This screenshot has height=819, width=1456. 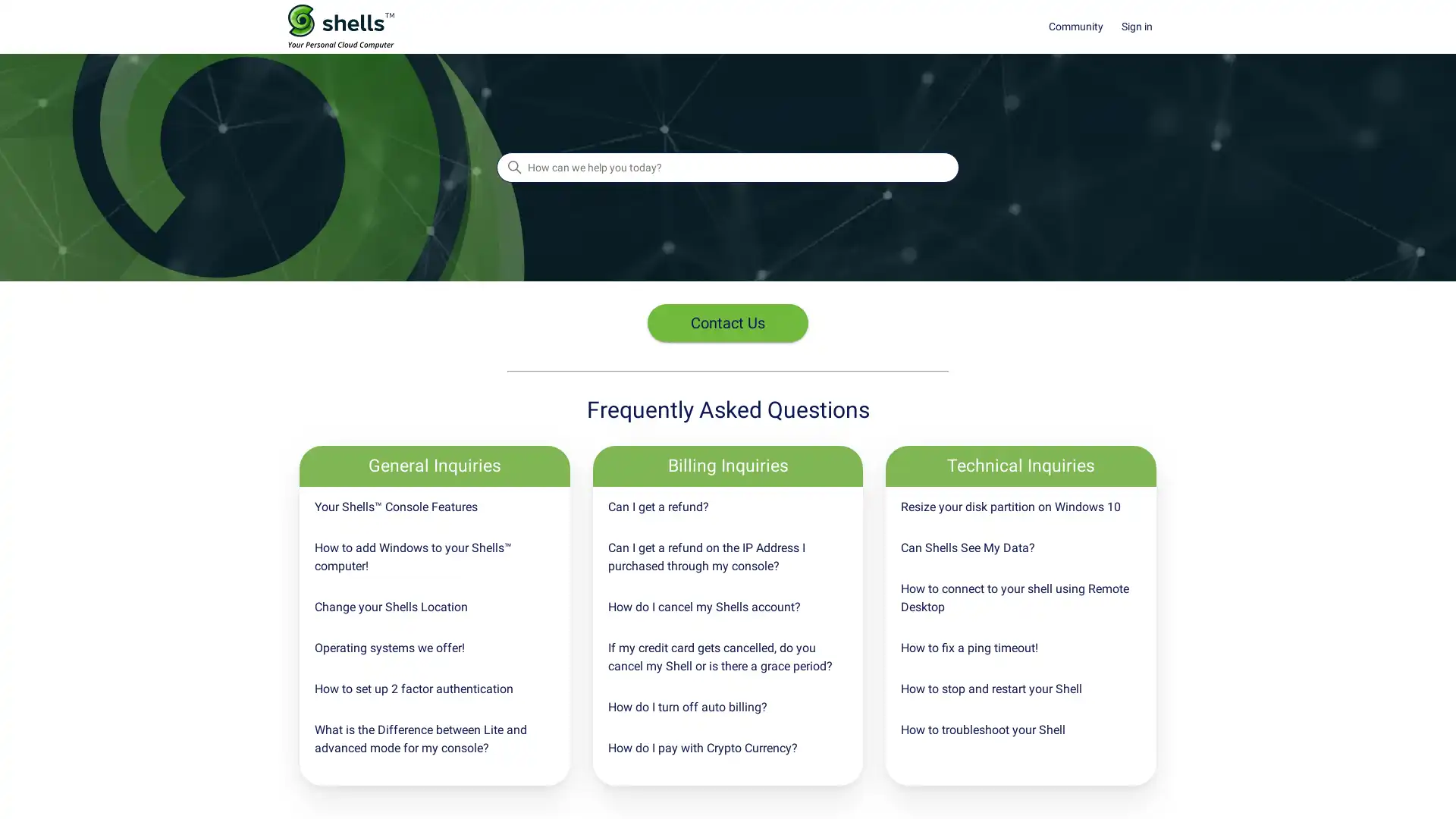 What do you see at coordinates (1144, 27) in the screenshot?
I see `Sign in` at bounding box center [1144, 27].